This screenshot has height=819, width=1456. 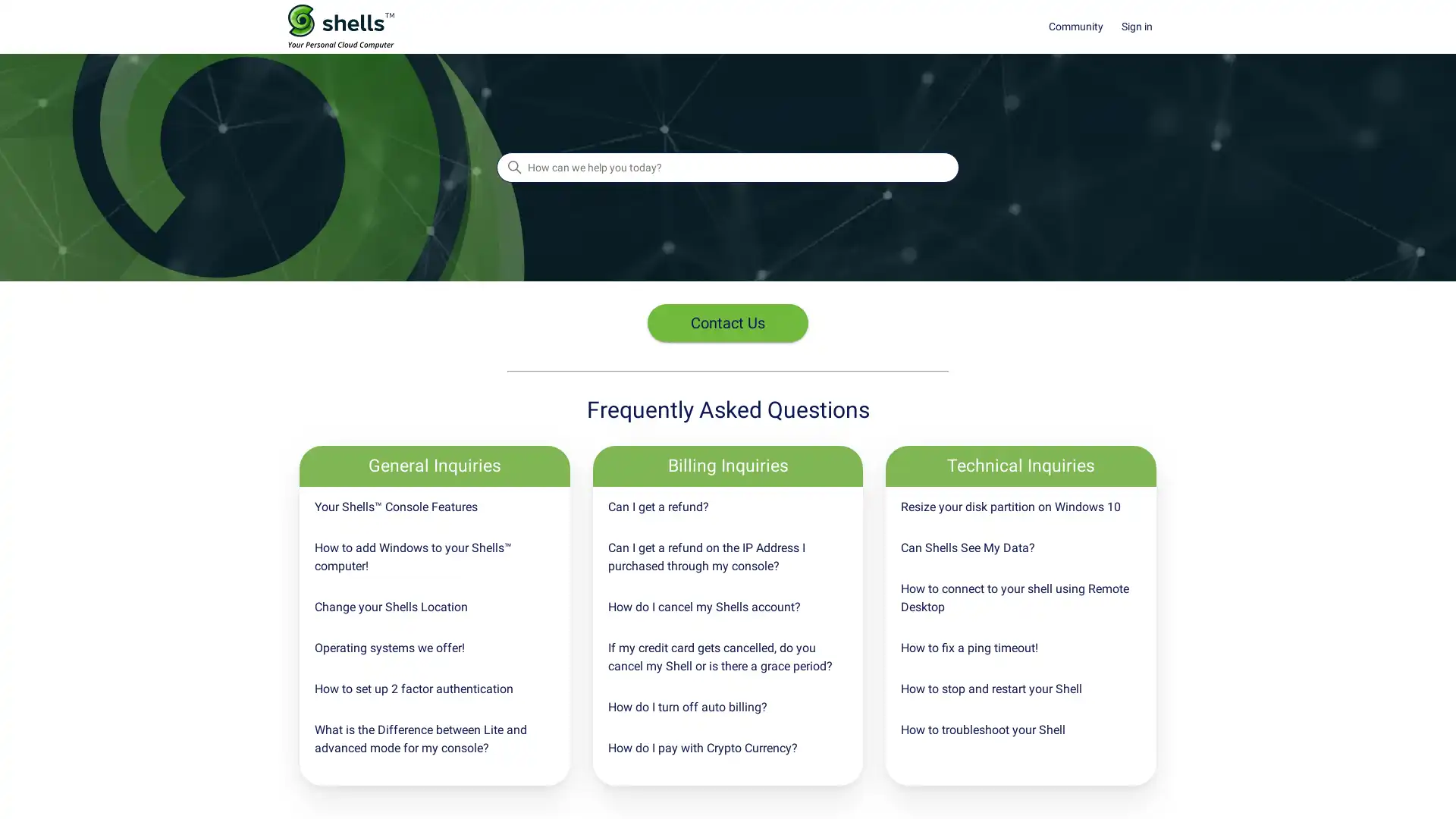 What do you see at coordinates (1144, 27) in the screenshot?
I see `Sign in` at bounding box center [1144, 27].